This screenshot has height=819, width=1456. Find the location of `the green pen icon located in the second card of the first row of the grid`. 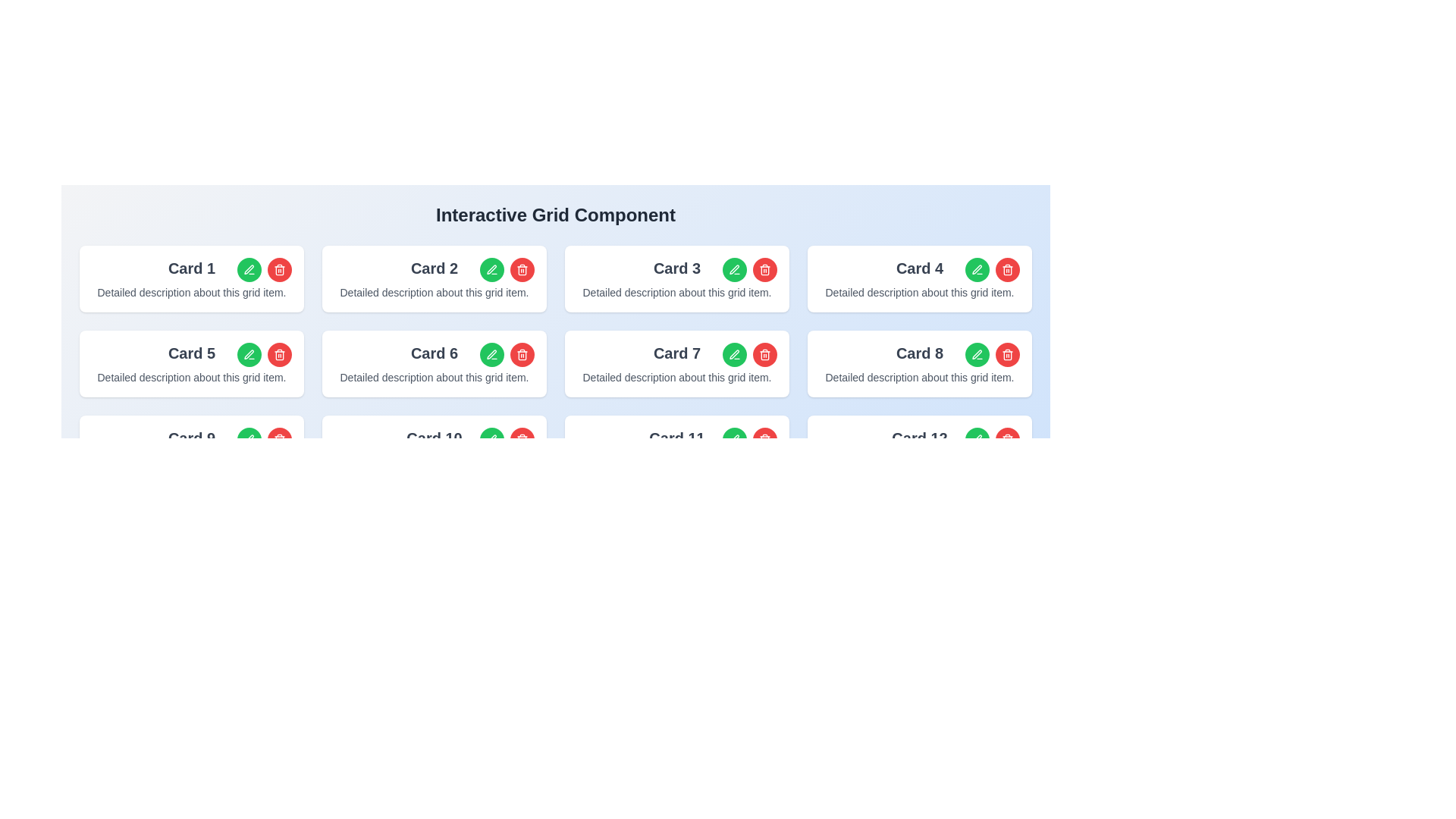

the green pen icon located in the second card of the first row of the grid is located at coordinates (491, 268).